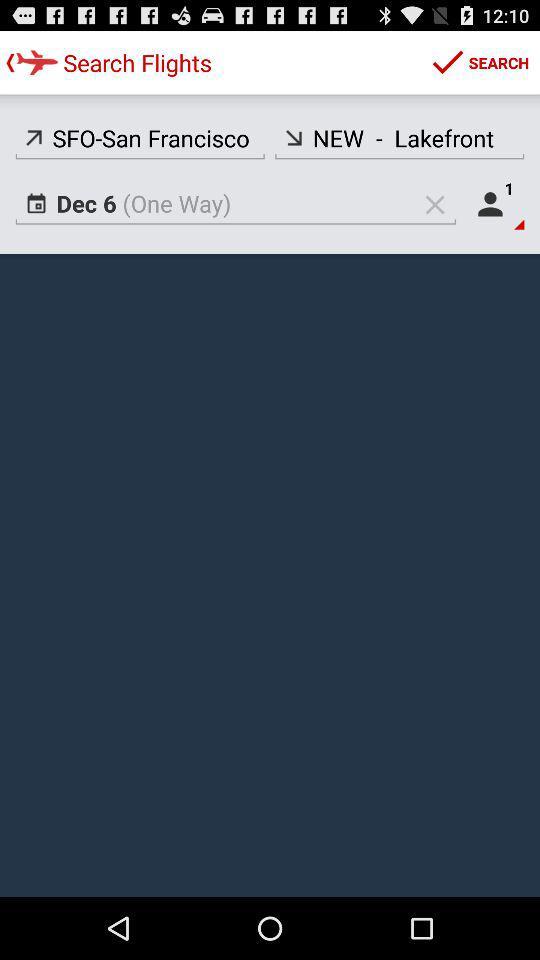 The image size is (540, 960). I want to click on the close icon, so click(434, 218).